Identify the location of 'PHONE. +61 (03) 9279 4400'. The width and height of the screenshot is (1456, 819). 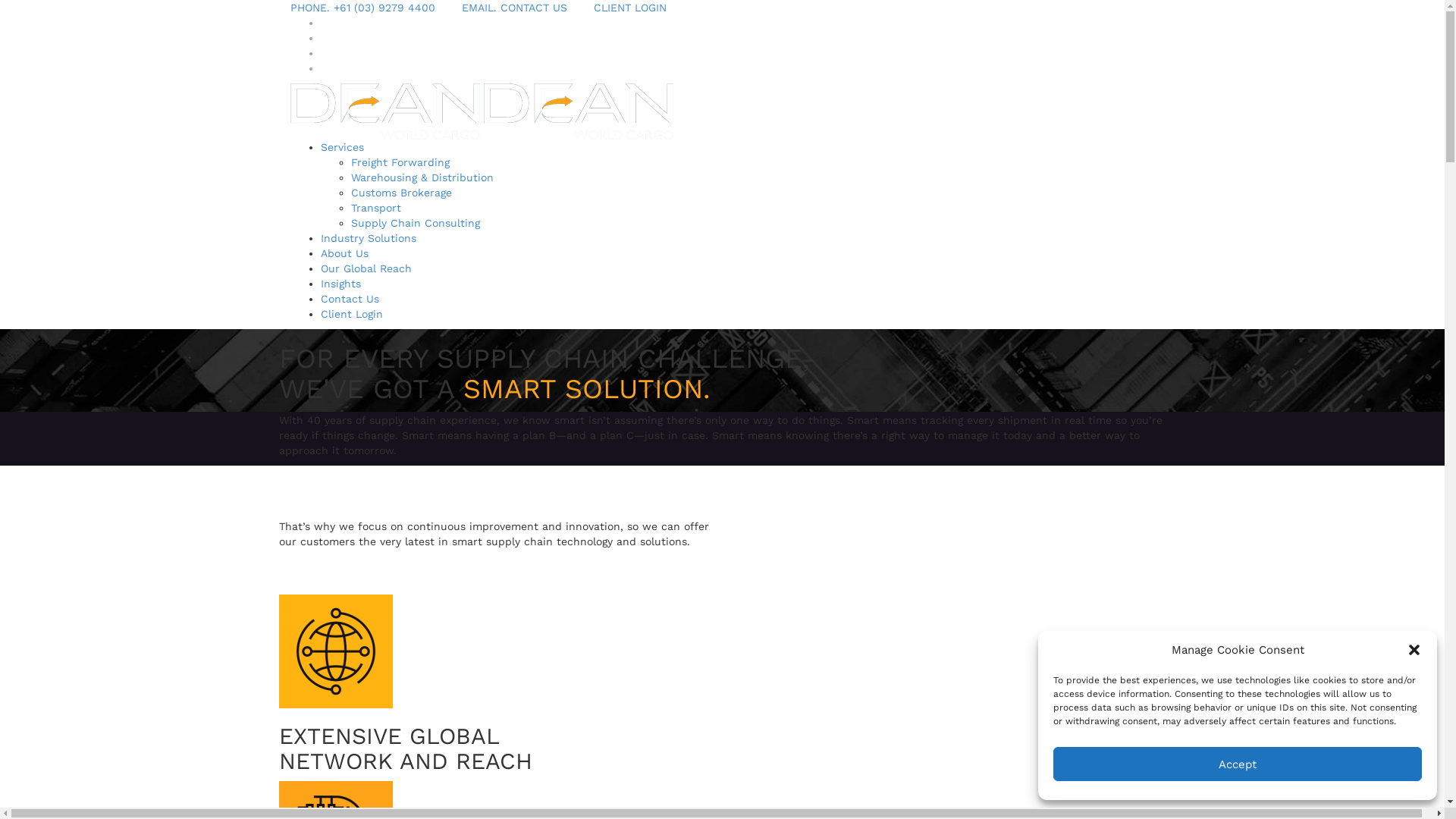
(361, 8).